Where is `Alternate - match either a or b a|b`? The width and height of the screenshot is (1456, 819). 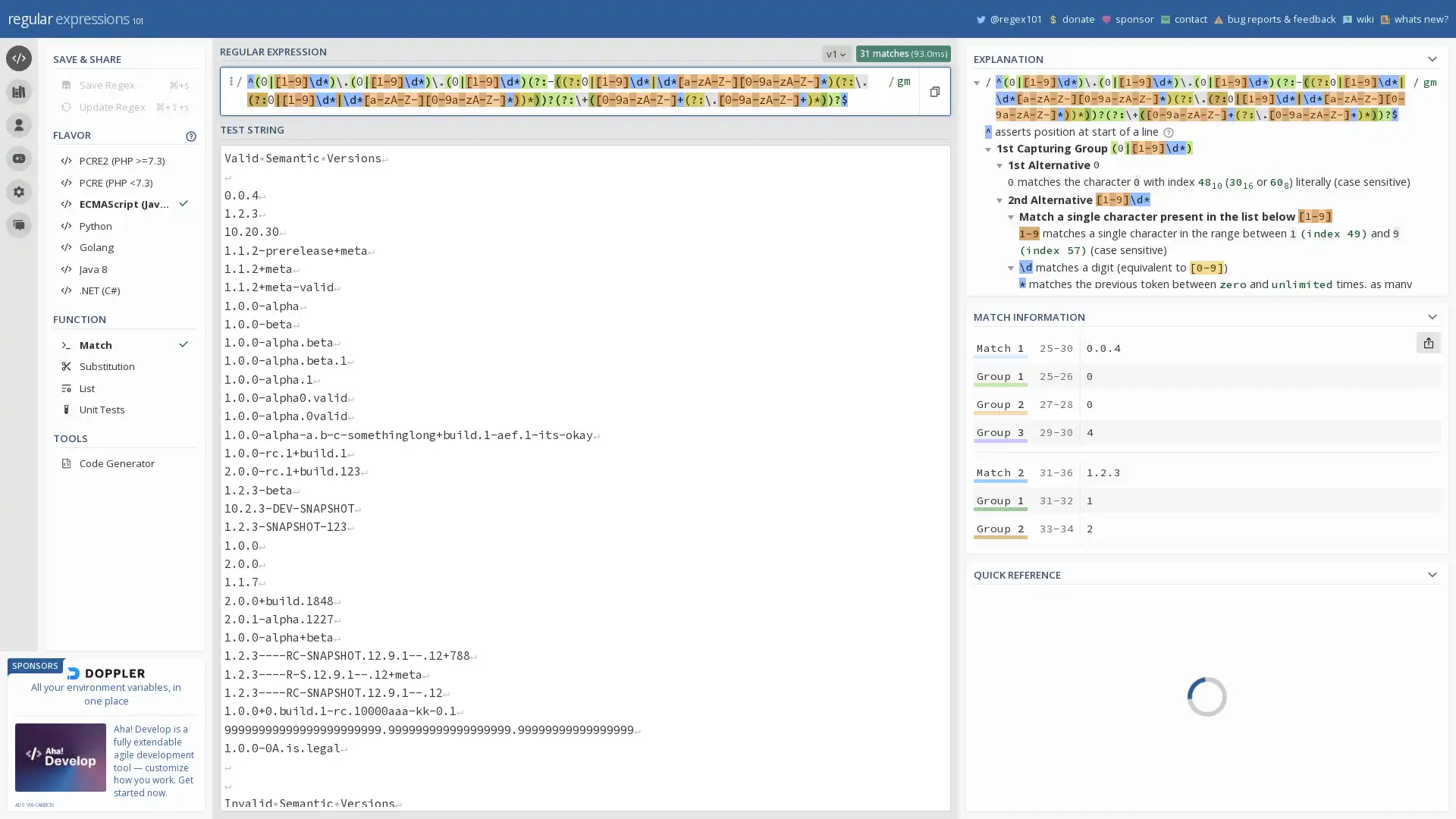
Alternate - match either a or b a|b is located at coordinates (1282, 730).